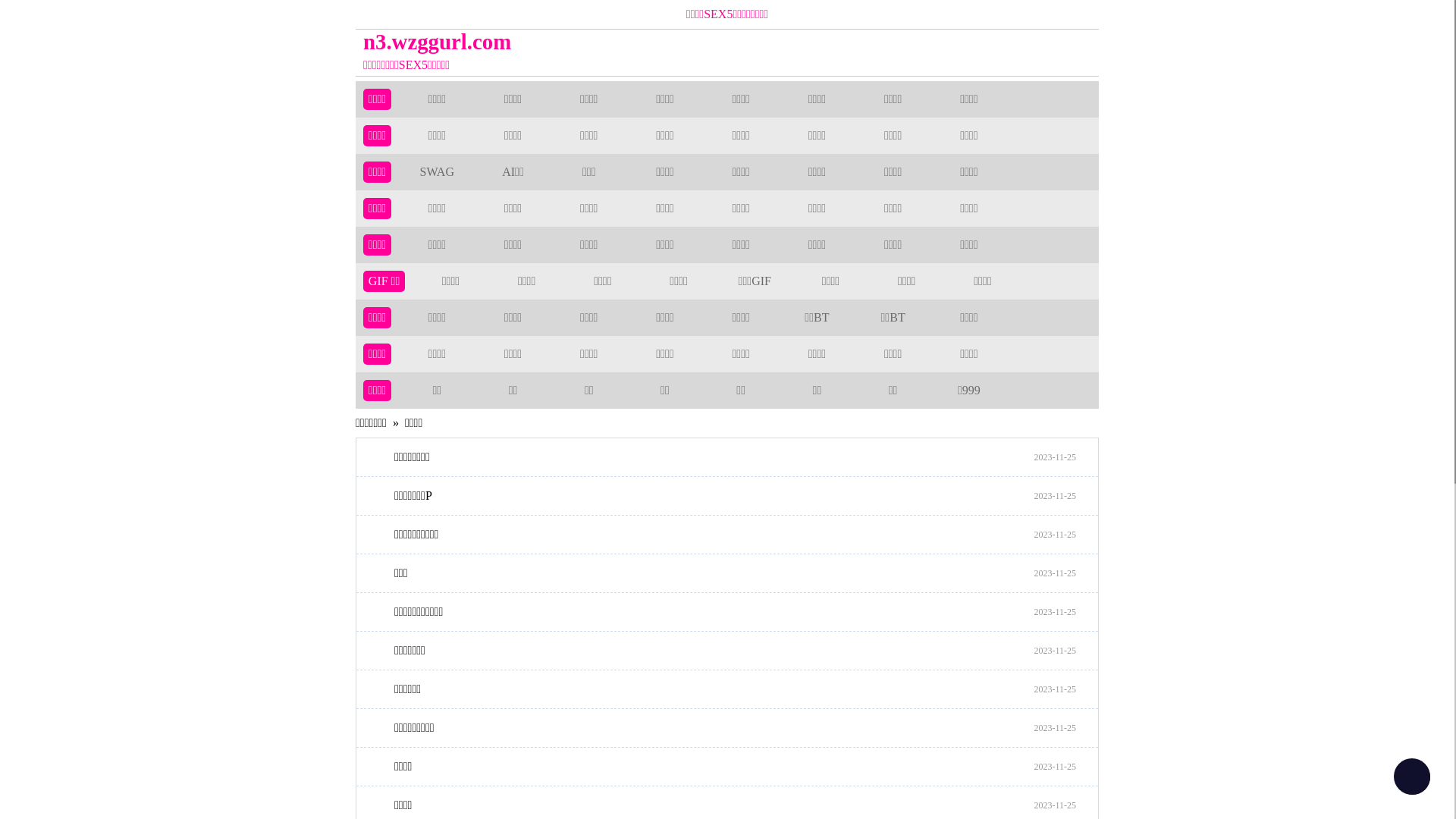 This screenshot has height=819, width=1456. I want to click on 'n3.wzggurl.com', so click(634, 41).